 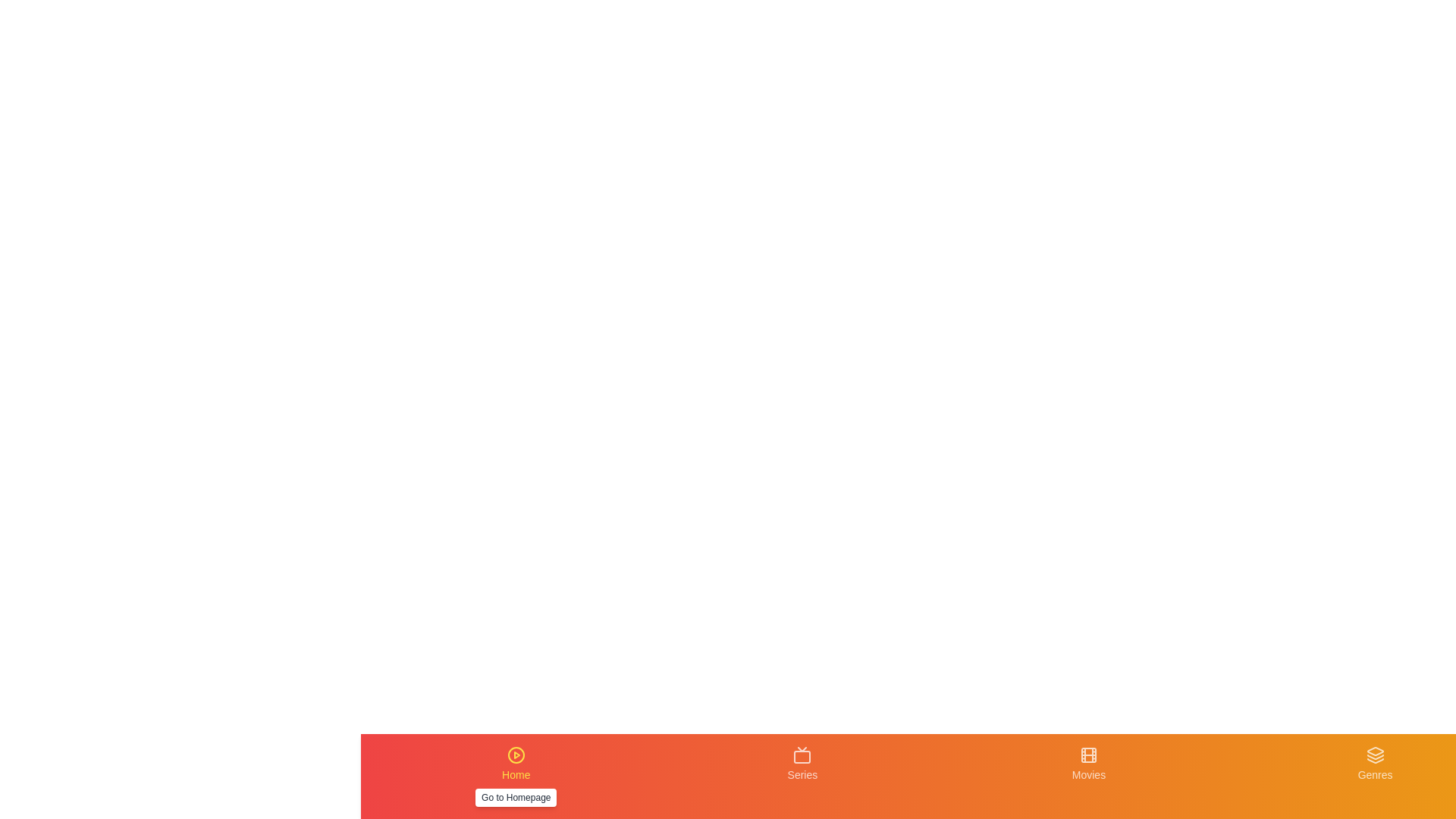 What do you see at coordinates (1087, 776) in the screenshot?
I see `the navigation tab labeled Movies` at bounding box center [1087, 776].